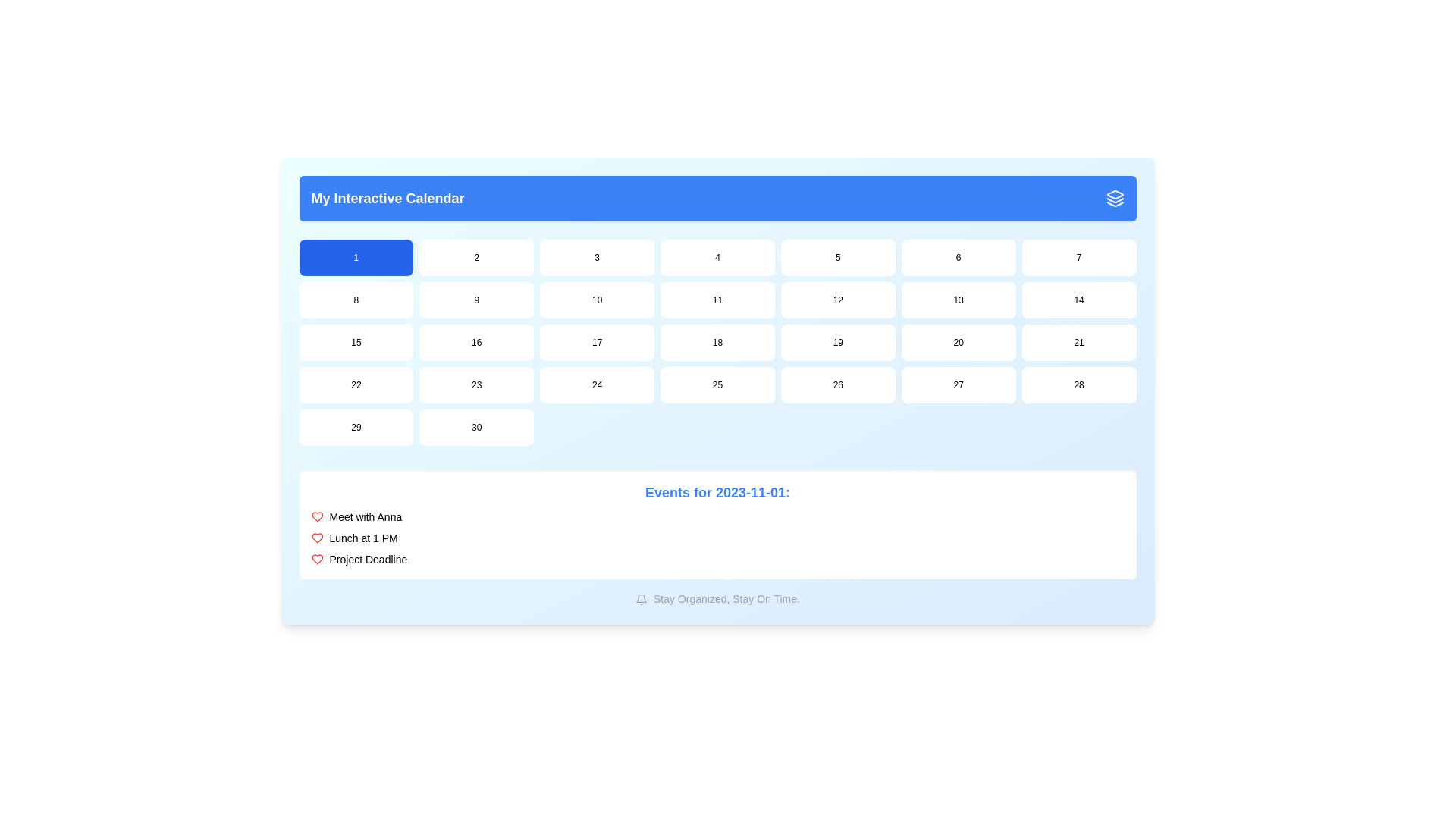  What do you see at coordinates (717, 256) in the screenshot?
I see `the interactive day selector button` at bounding box center [717, 256].